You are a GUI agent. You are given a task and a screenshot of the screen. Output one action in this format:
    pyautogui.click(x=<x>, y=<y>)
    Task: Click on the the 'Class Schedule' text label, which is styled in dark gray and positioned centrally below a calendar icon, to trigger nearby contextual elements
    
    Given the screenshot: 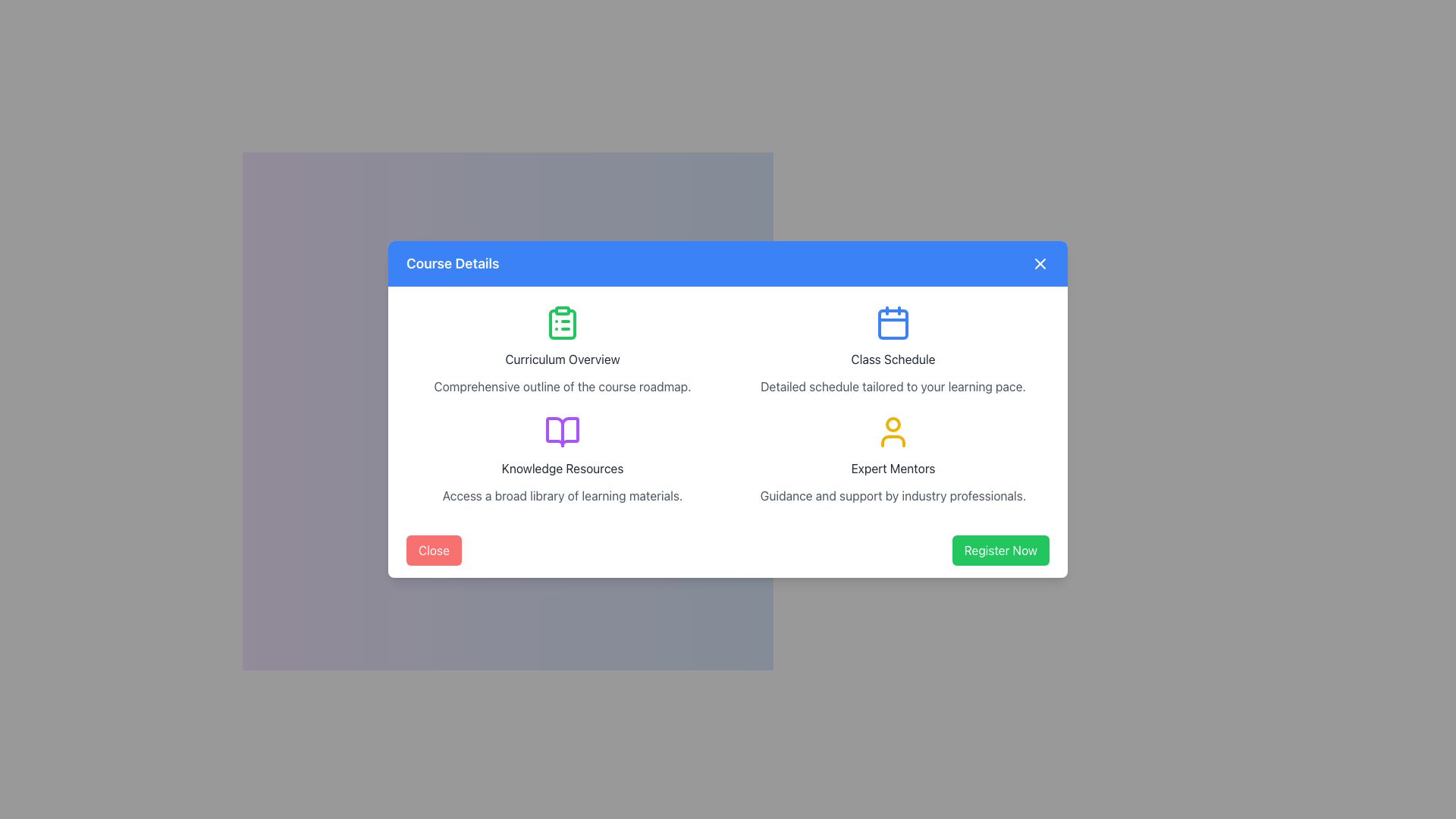 What is the action you would take?
    pyautogui.click(x=893, y=359)
    